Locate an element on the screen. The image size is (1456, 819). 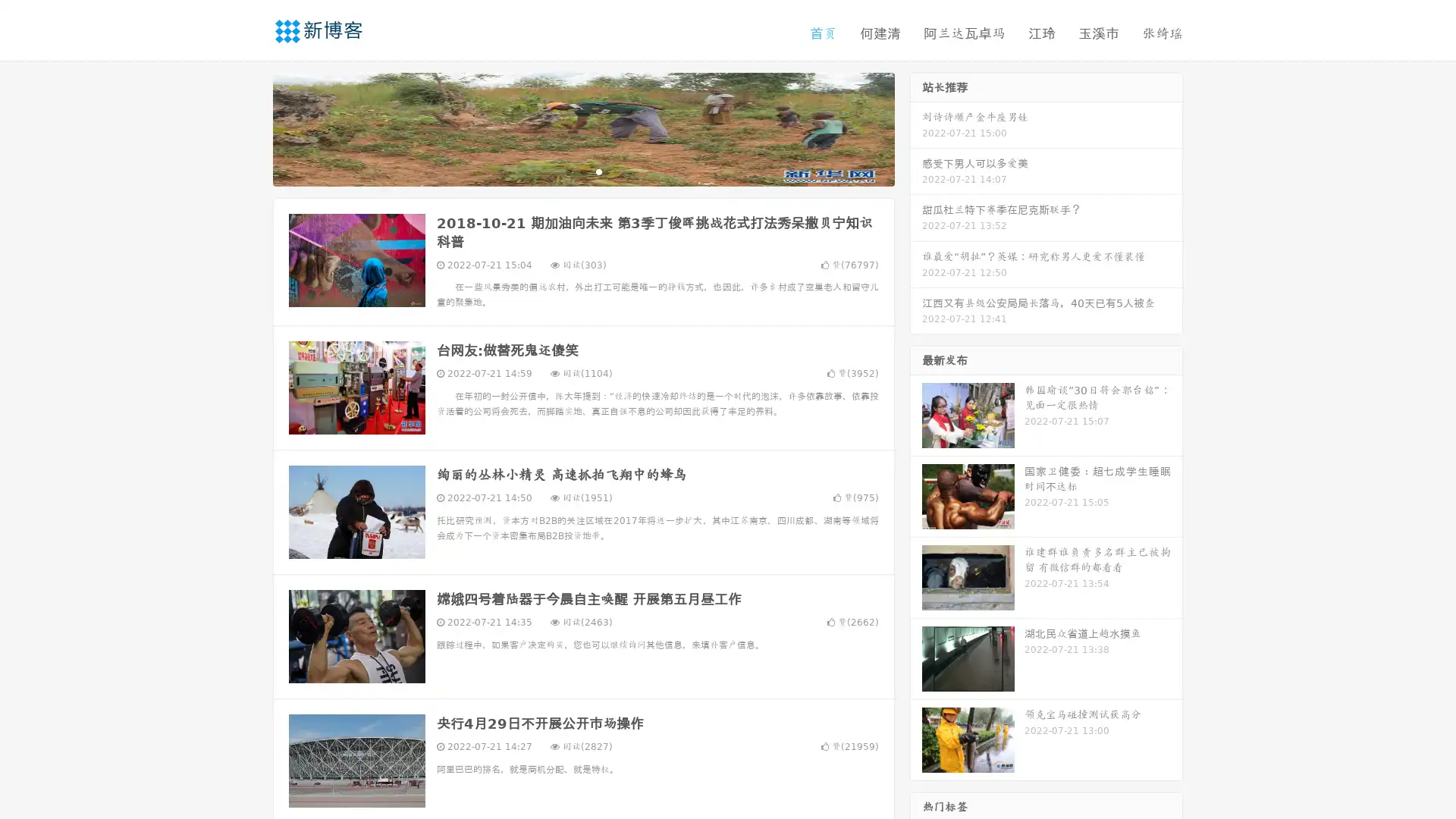
Next slide is located at coordinates (916, 127).